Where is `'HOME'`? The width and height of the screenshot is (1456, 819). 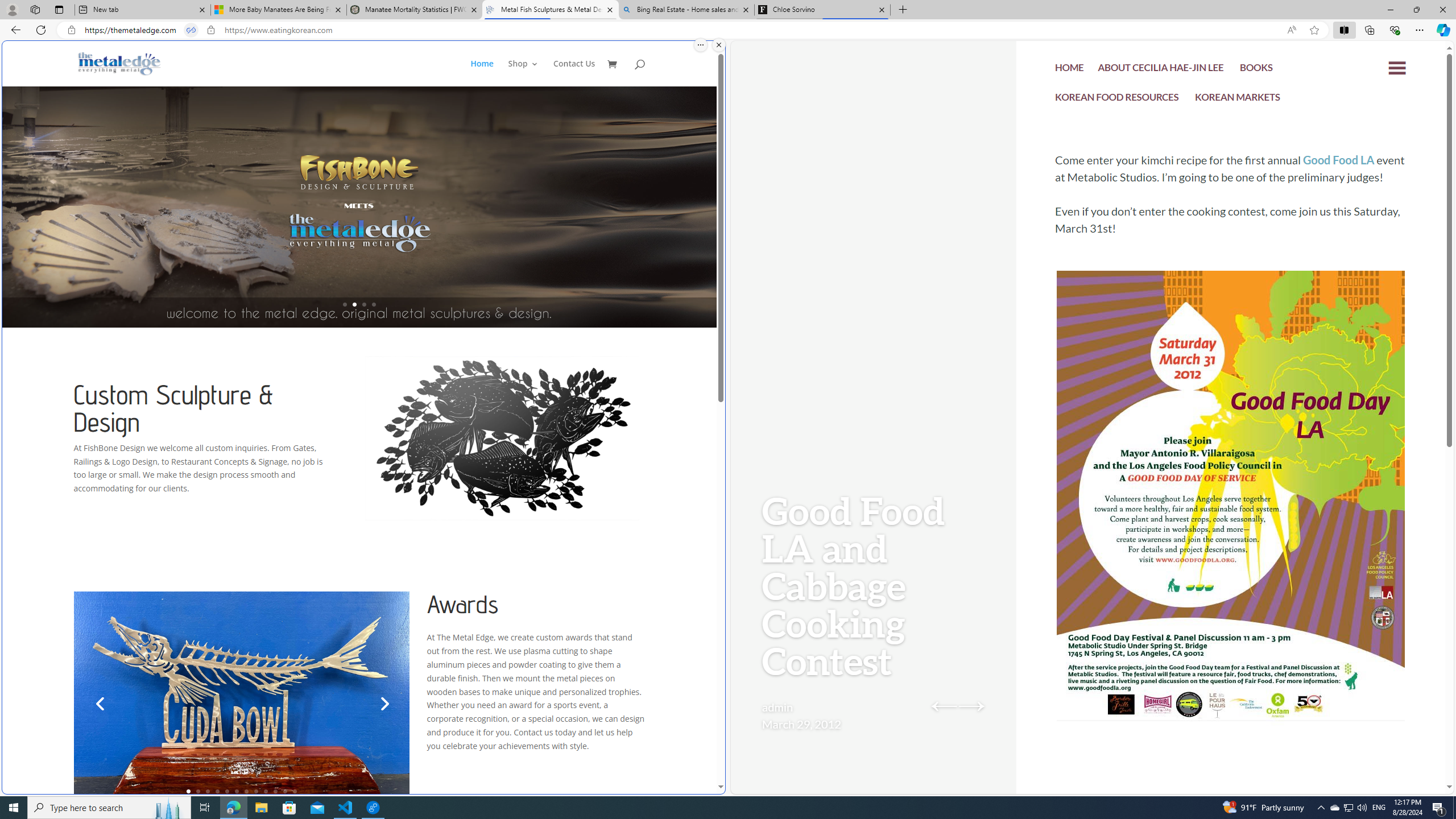 'HOME' is located at coordinates (1069, 69).